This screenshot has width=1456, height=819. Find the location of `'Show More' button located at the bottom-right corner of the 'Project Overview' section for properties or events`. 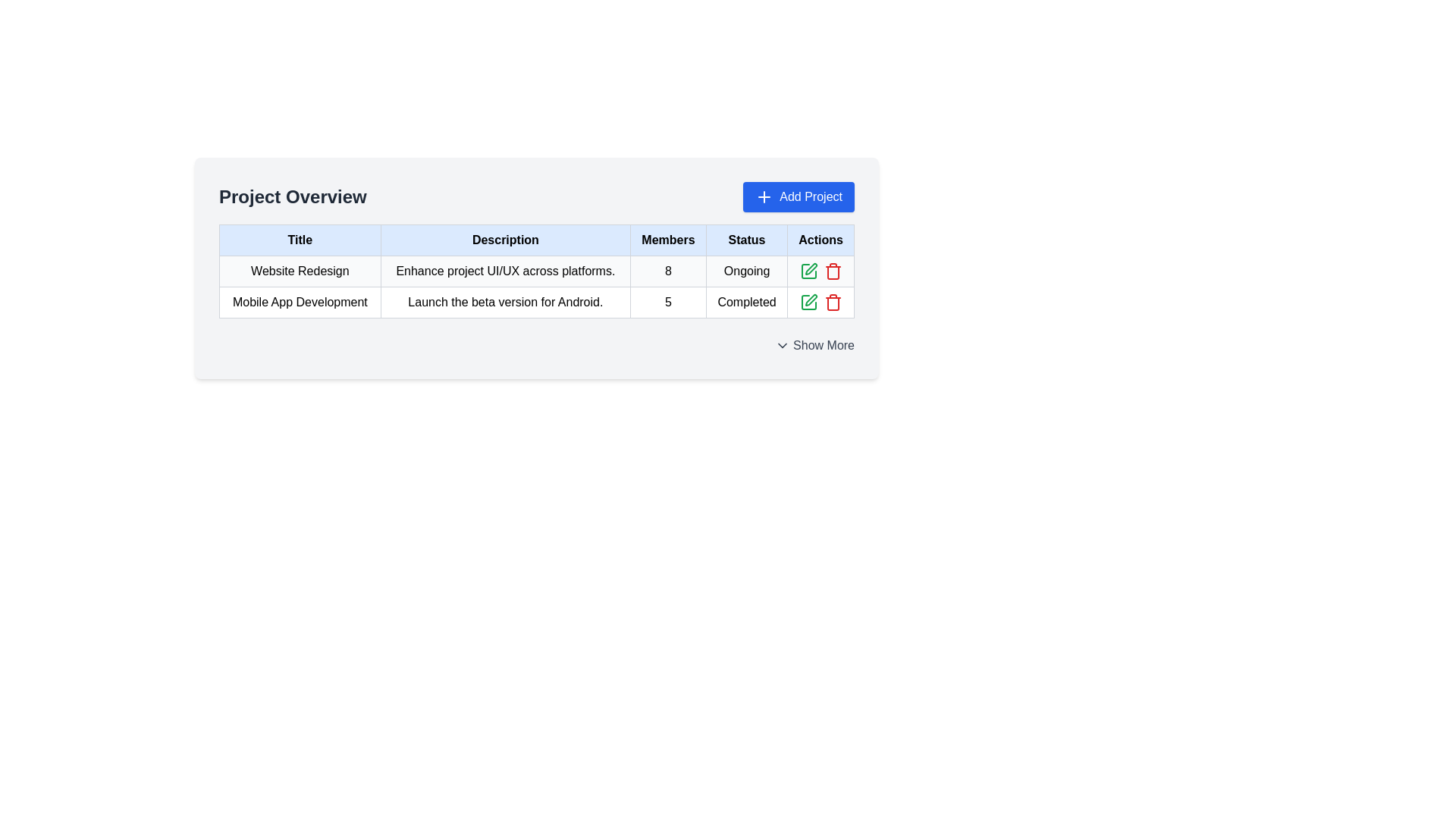

'Show More' button located at the bottom-right corner of the 'Project Overview' section for properties or events is located at coordinates (814, 345).